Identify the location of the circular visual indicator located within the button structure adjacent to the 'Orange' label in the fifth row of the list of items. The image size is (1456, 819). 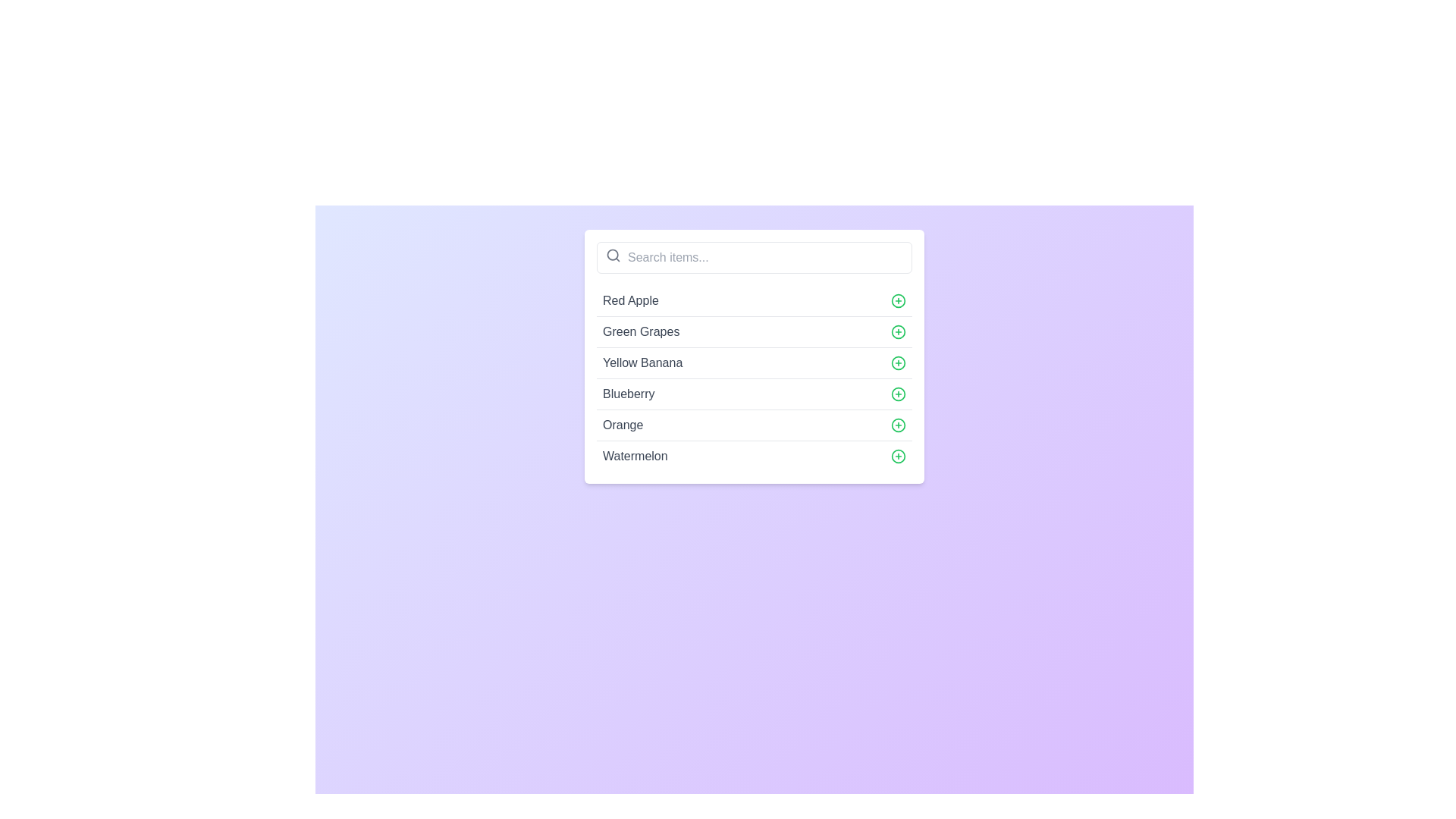
(899, 425).